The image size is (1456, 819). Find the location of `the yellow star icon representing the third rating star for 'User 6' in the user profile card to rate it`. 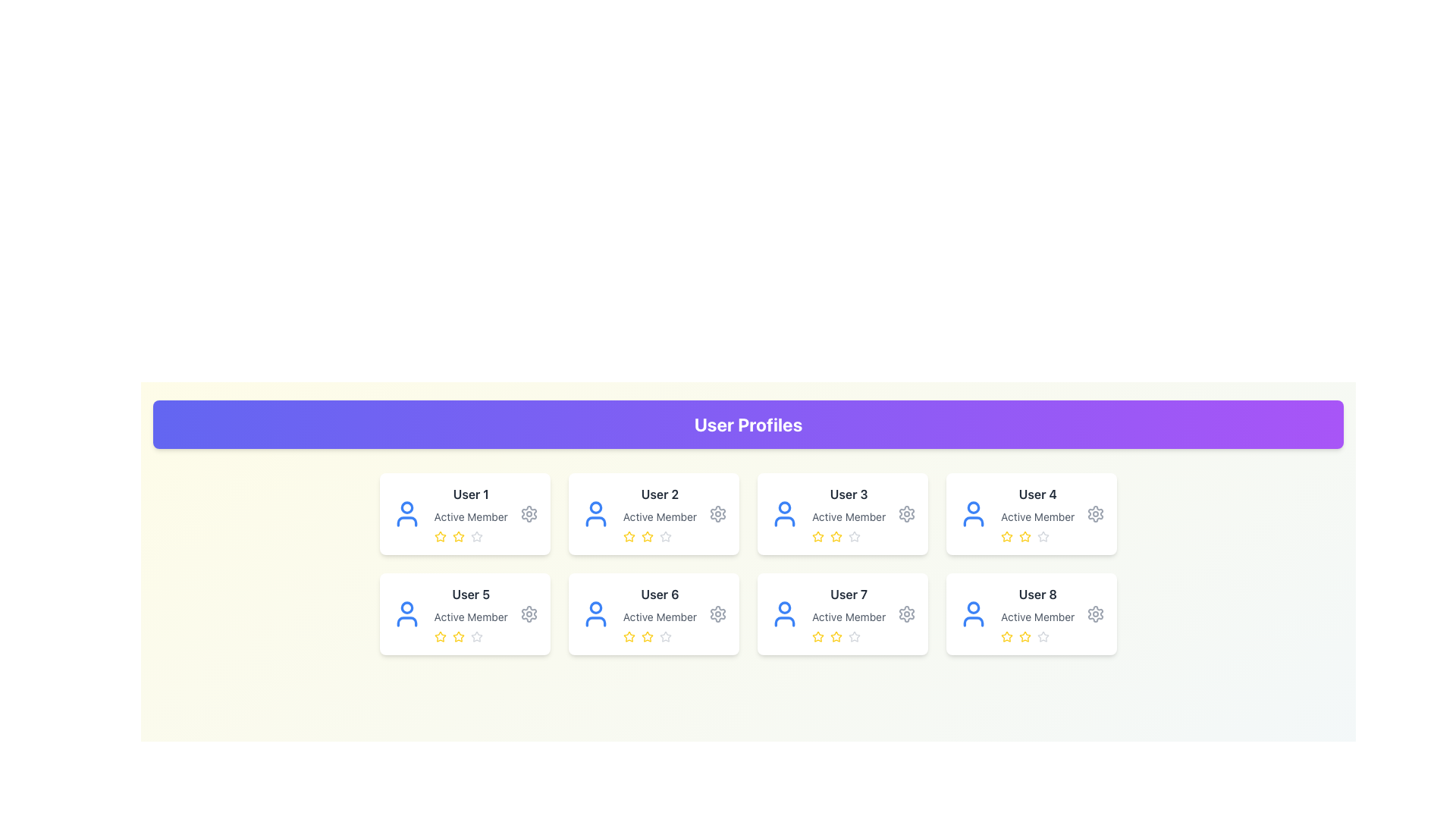

the yellow star icon representing the third rating star for 'User 6' in the user profile card to rate it is located at coordinates (647, 637).